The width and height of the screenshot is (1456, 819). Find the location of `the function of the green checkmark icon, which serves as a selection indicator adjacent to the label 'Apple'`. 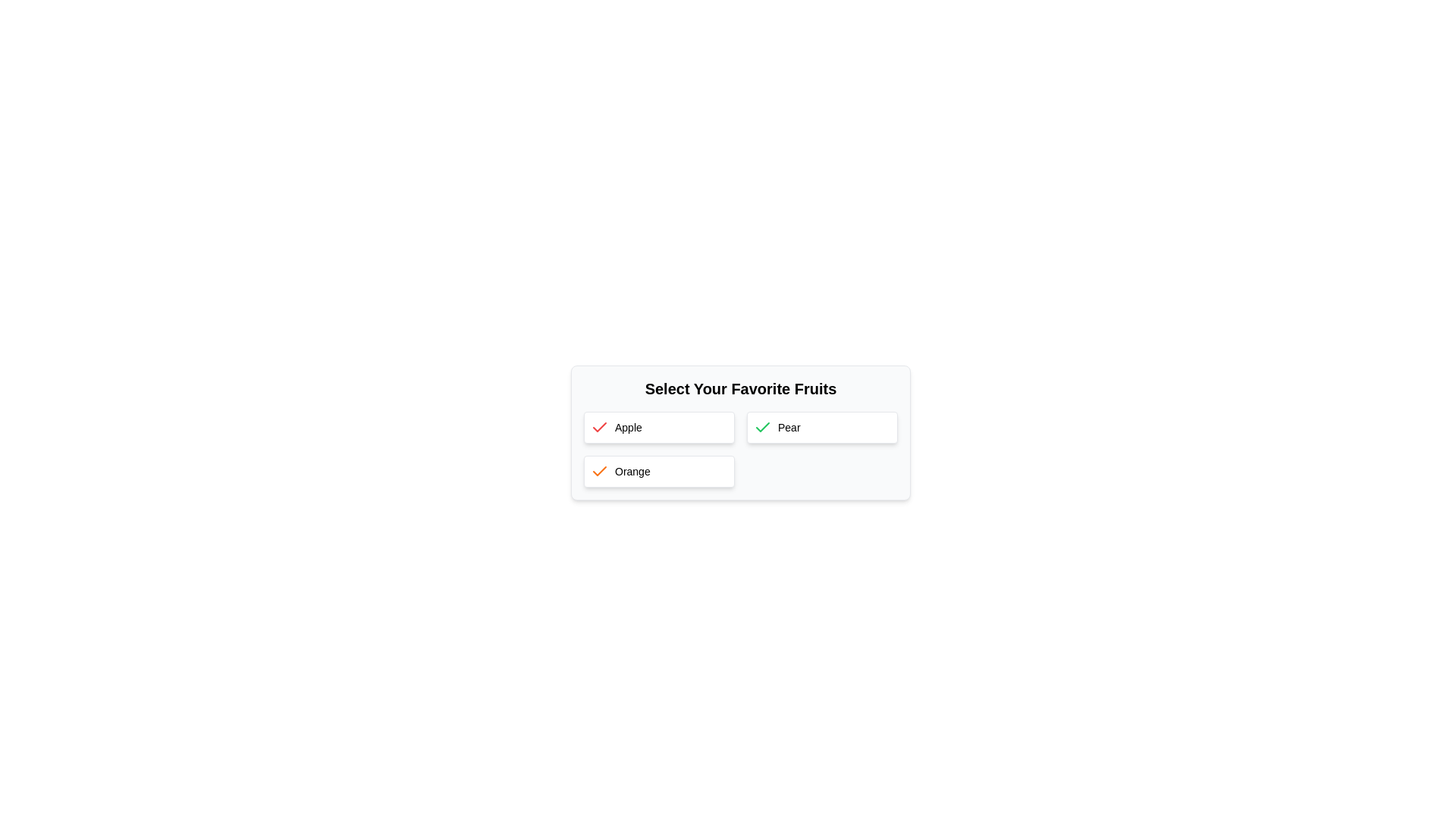

the function of the green checkmark icon, which serves as a selection indicator adjacent to the label 'Apple' is located at coordinates (763, 427).